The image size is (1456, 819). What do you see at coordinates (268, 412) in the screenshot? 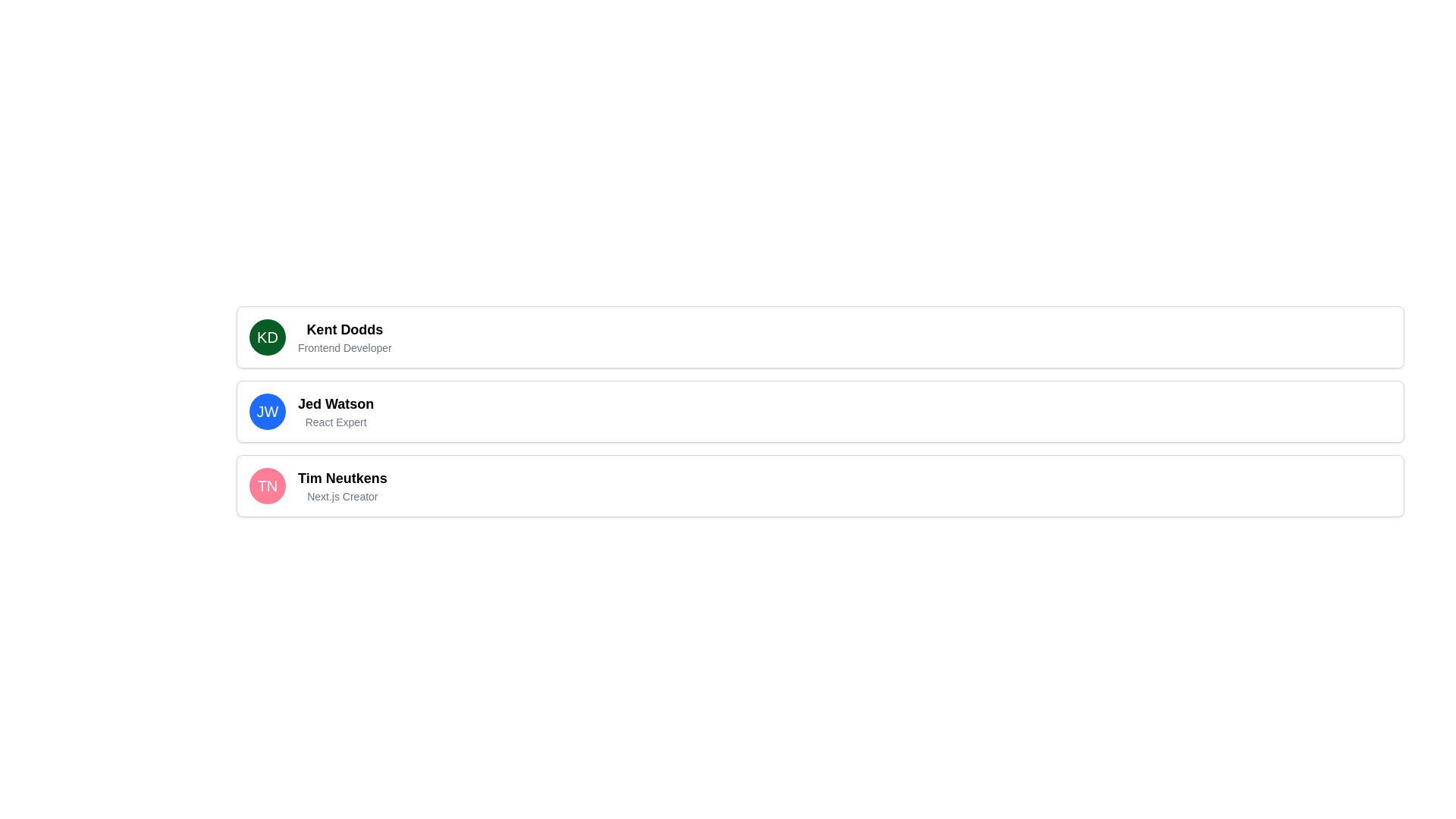
I see `the circular avatar displaying 'JW' in white text on a blue background, located at the top-left corner of the user profile card for 'Jed Watson', the second card from the top` at bounding box center [268, 412].